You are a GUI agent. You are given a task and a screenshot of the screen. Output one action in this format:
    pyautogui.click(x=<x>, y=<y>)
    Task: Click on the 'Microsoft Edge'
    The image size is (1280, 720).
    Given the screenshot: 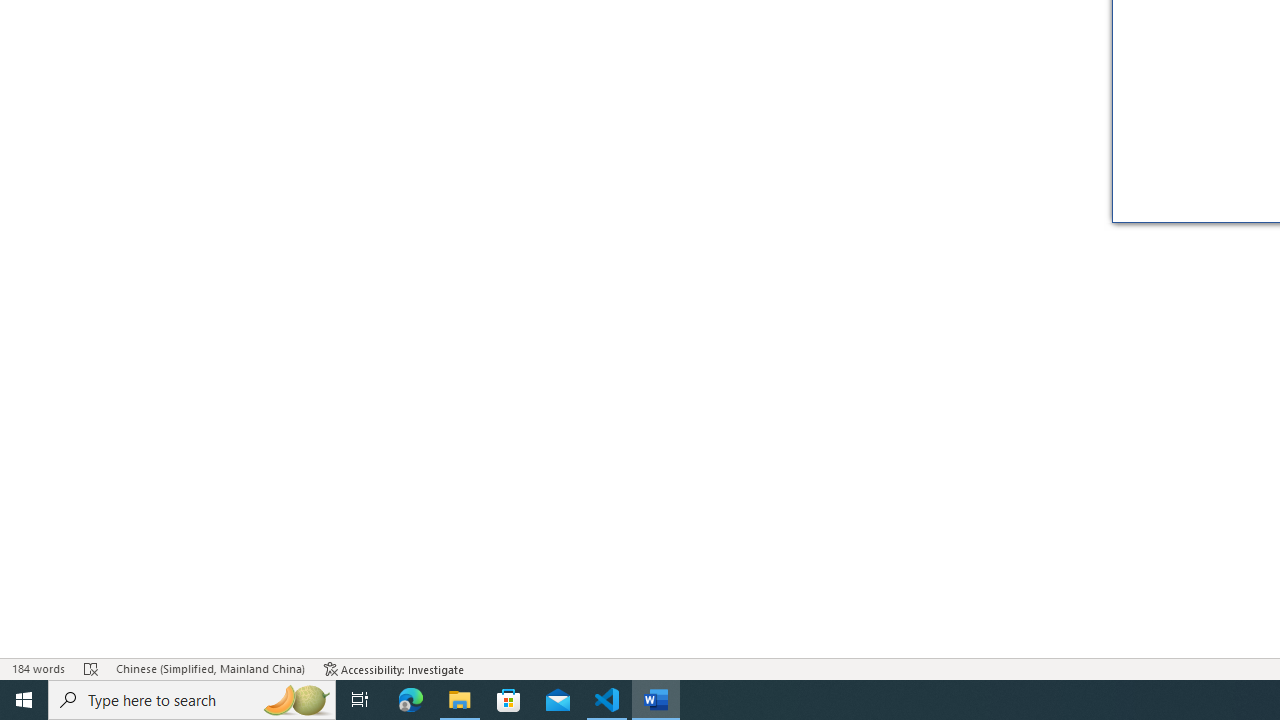 What is the action you would take?
    pyautogui.click(x=410, y=698)
    